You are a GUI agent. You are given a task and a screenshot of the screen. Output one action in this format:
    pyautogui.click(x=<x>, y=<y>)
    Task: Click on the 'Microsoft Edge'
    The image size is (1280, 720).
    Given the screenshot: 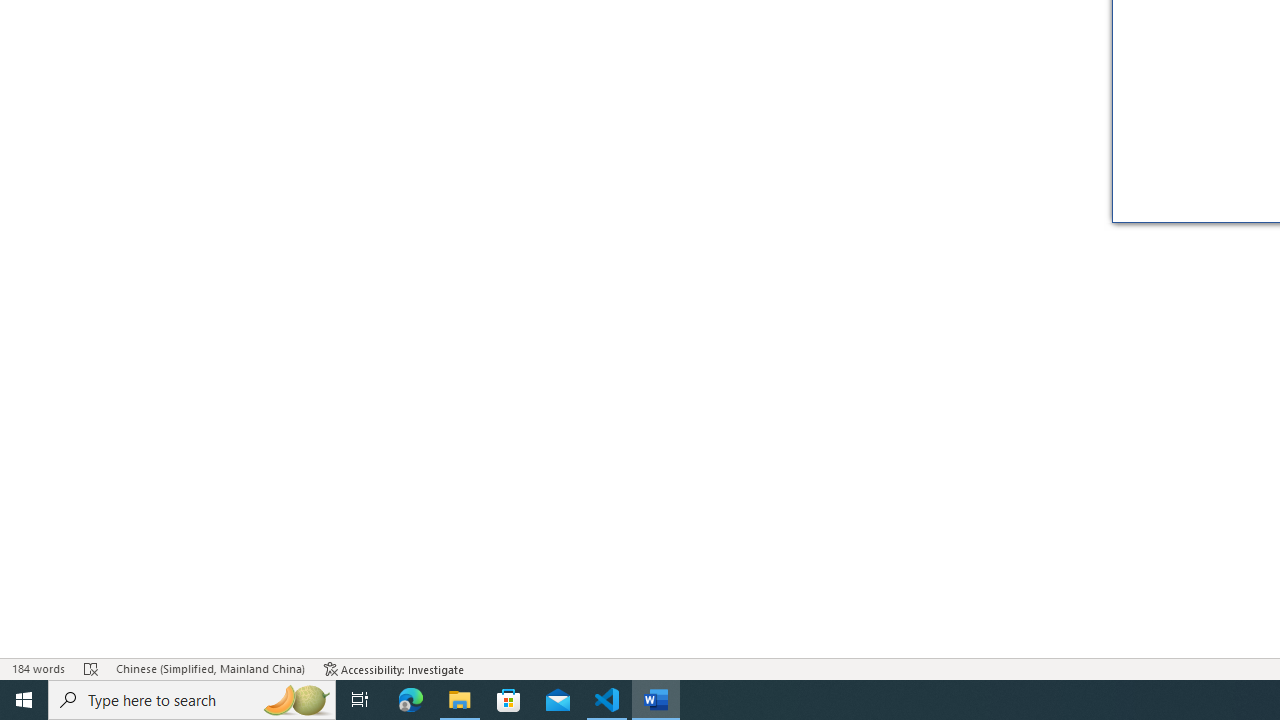 What is the action you would take?
    pyautogui.click(x=410, y=698)
    